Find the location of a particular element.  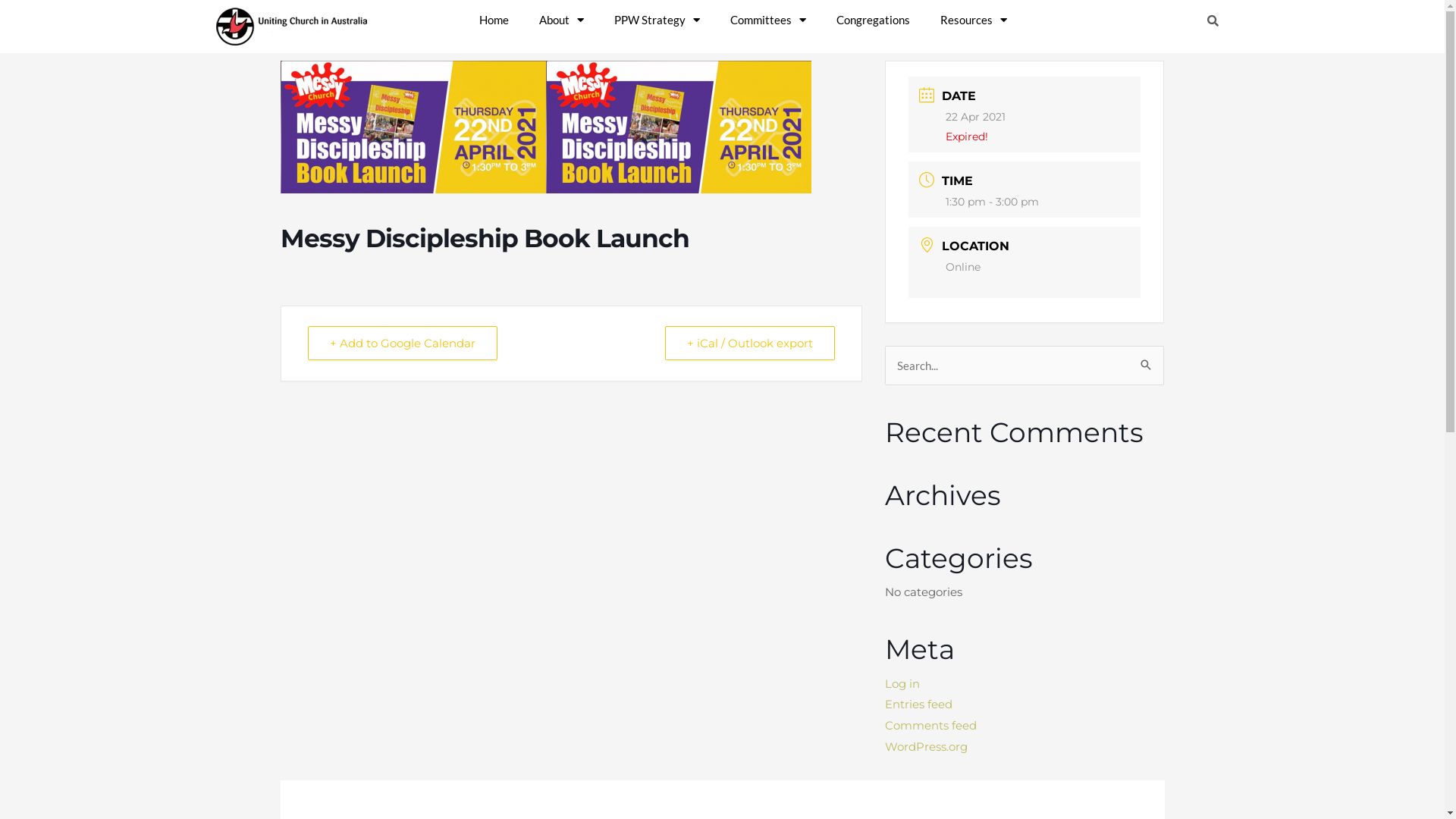

'+ iCal / Outlook export' is located at coordinates (749, 343).